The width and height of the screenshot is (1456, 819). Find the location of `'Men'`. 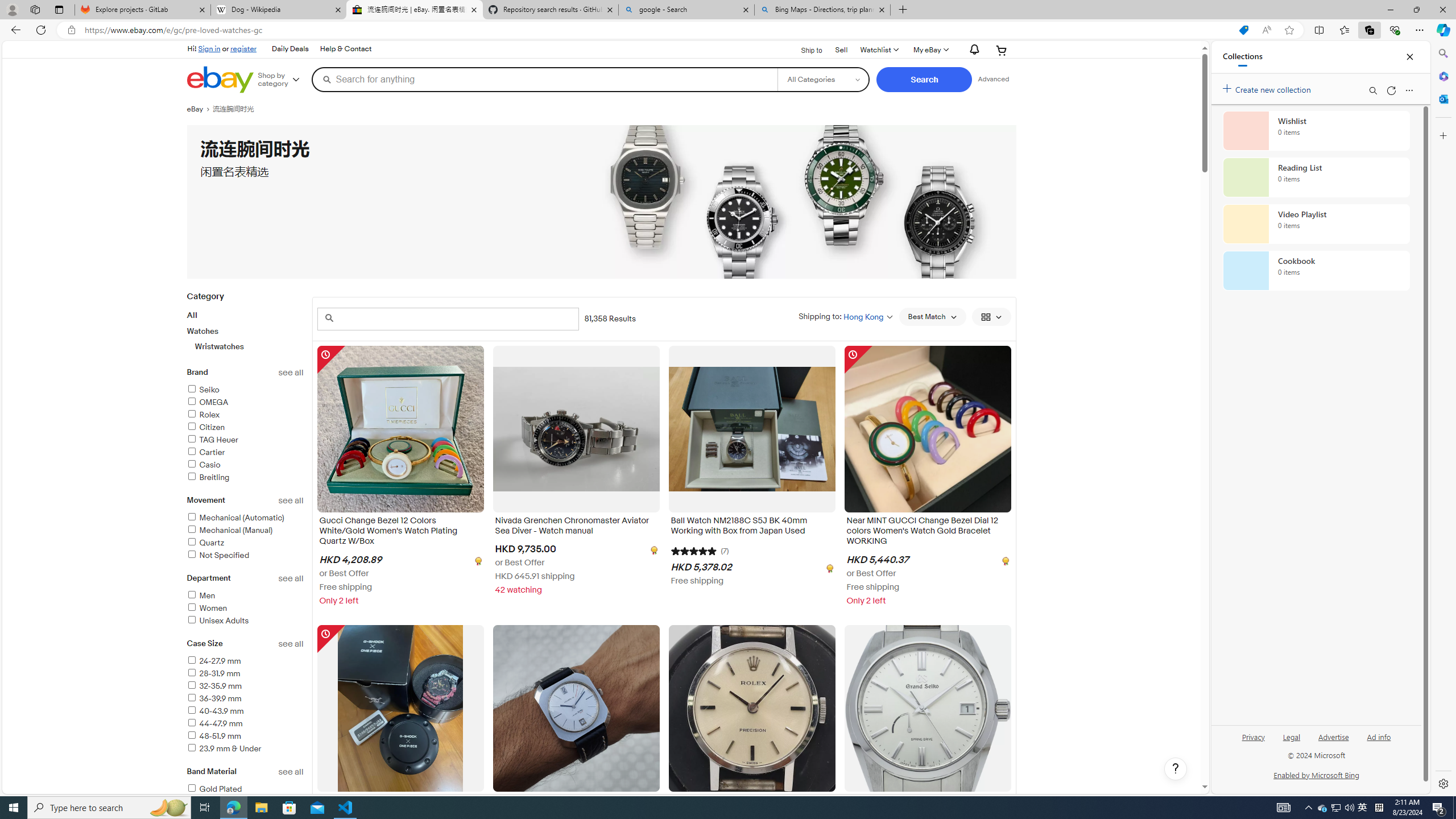

'Men' is located at coordinates (245, 597).